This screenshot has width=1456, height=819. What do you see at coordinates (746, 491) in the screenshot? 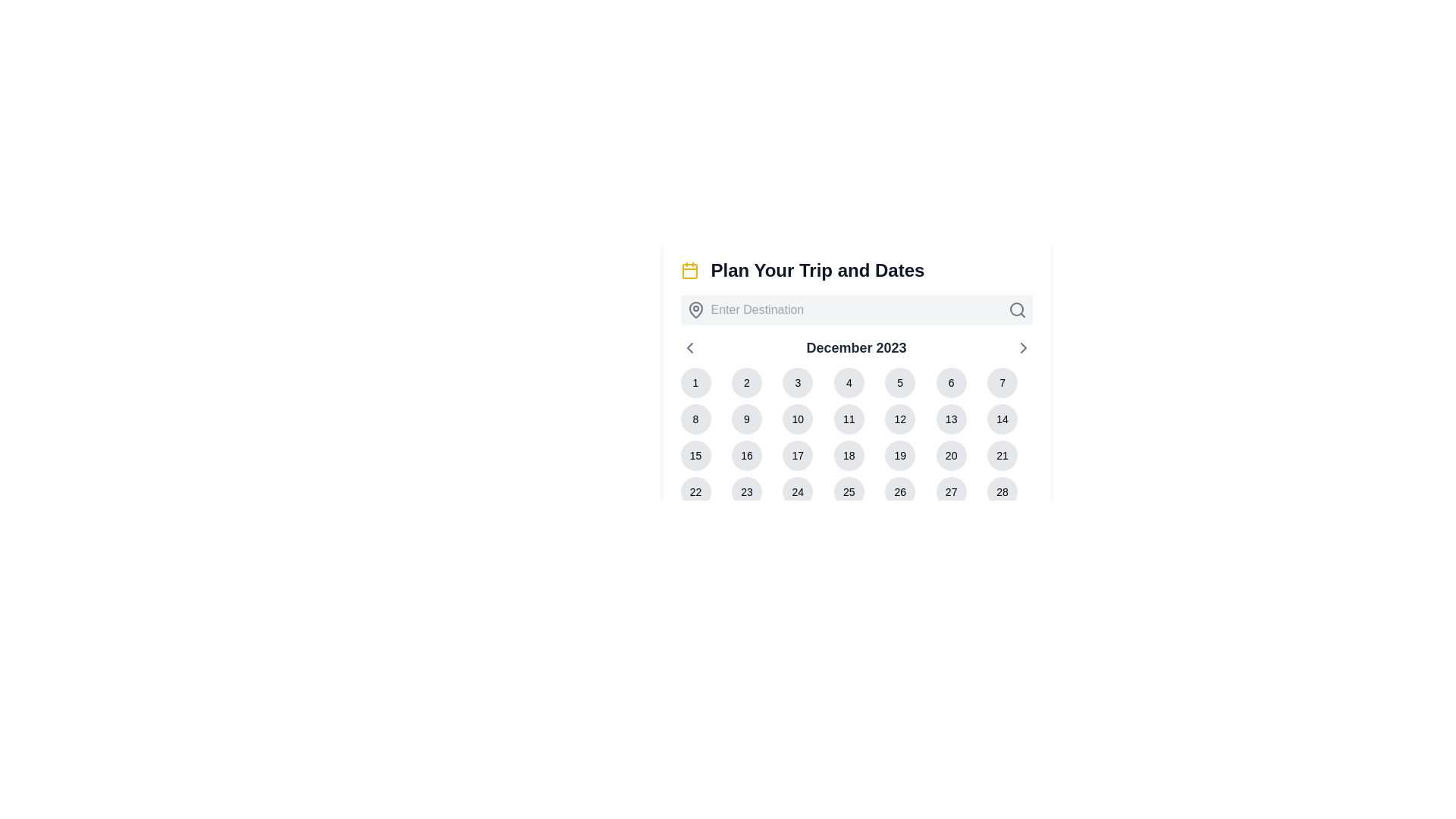
I see `the button representing the 23rd day in the December 2023 calendar` at bounding box center [746, 491].